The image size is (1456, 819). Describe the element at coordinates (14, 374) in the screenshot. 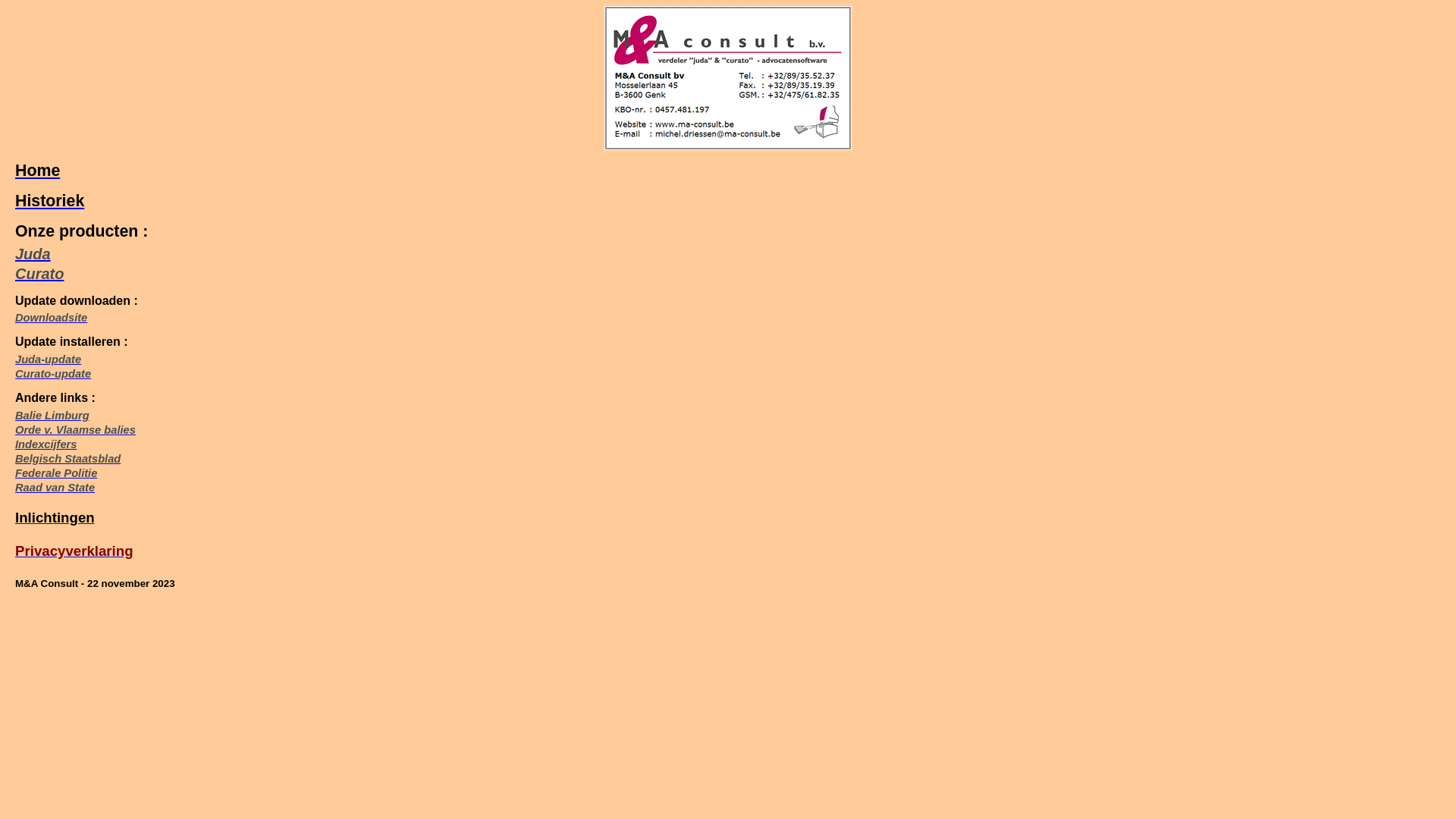

I see `'Curato-update'` at that location.